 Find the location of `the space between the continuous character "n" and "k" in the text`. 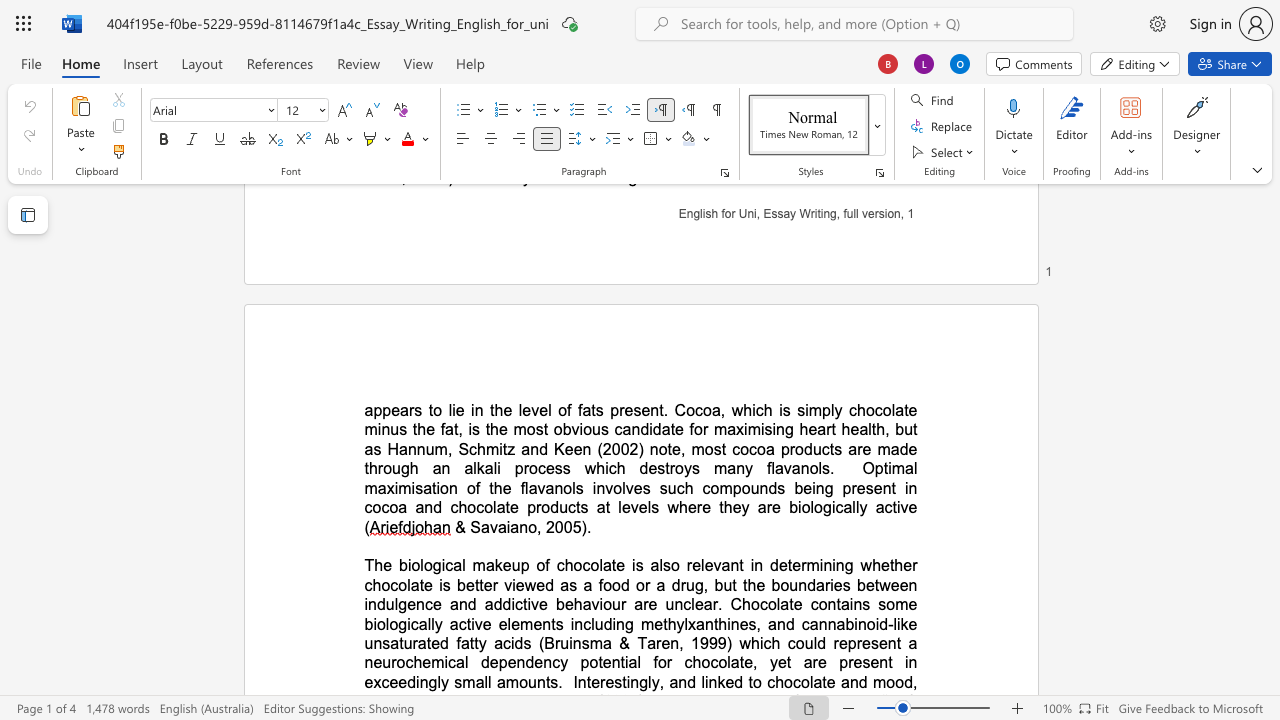

the space between the continuous character "n" and "k" in the text is located at coordinates (717, 681).